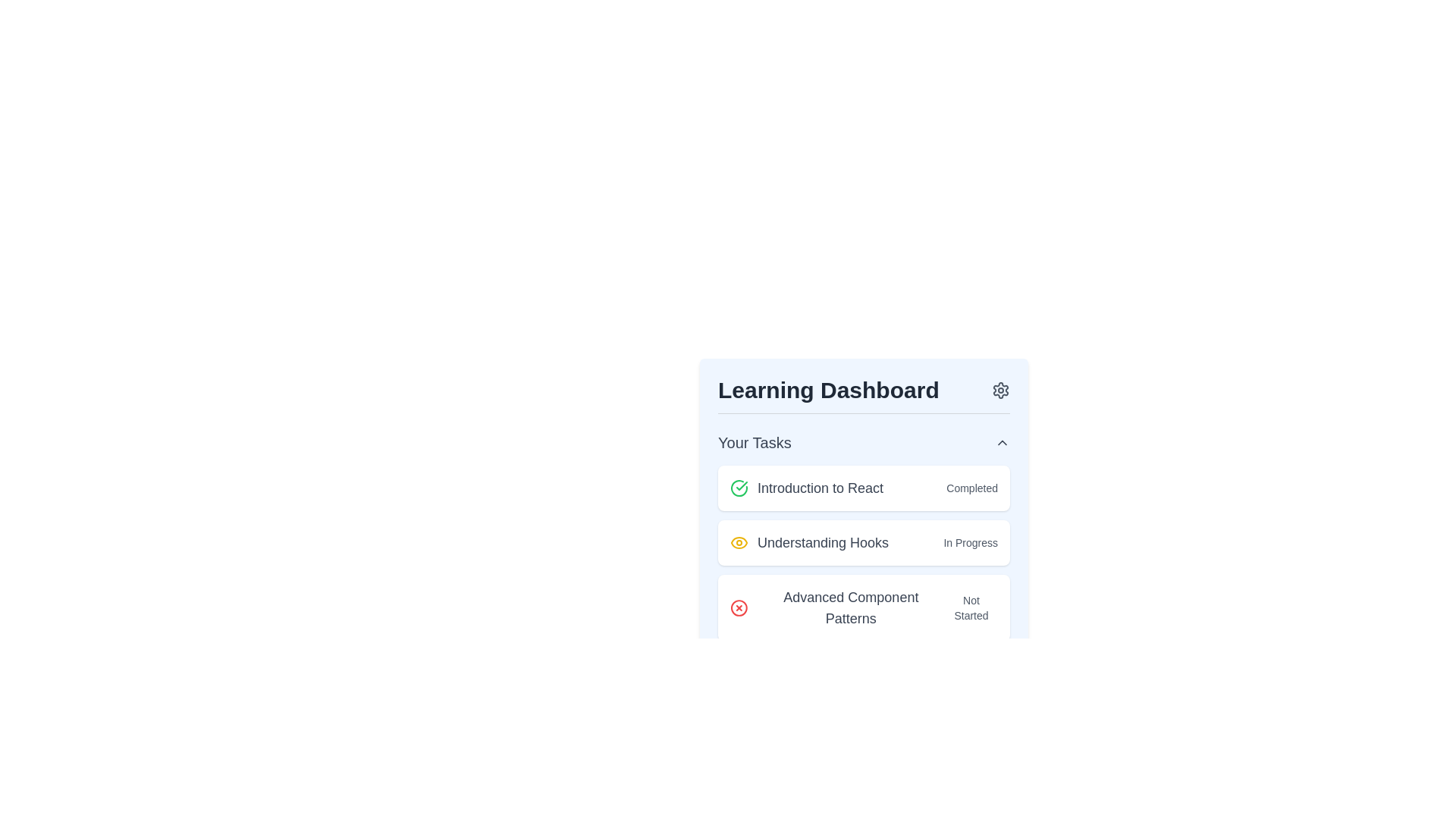  I want to click on the 'Understanding Hooks' Task card in the 'Your Tasks' section, so click(864, 542).